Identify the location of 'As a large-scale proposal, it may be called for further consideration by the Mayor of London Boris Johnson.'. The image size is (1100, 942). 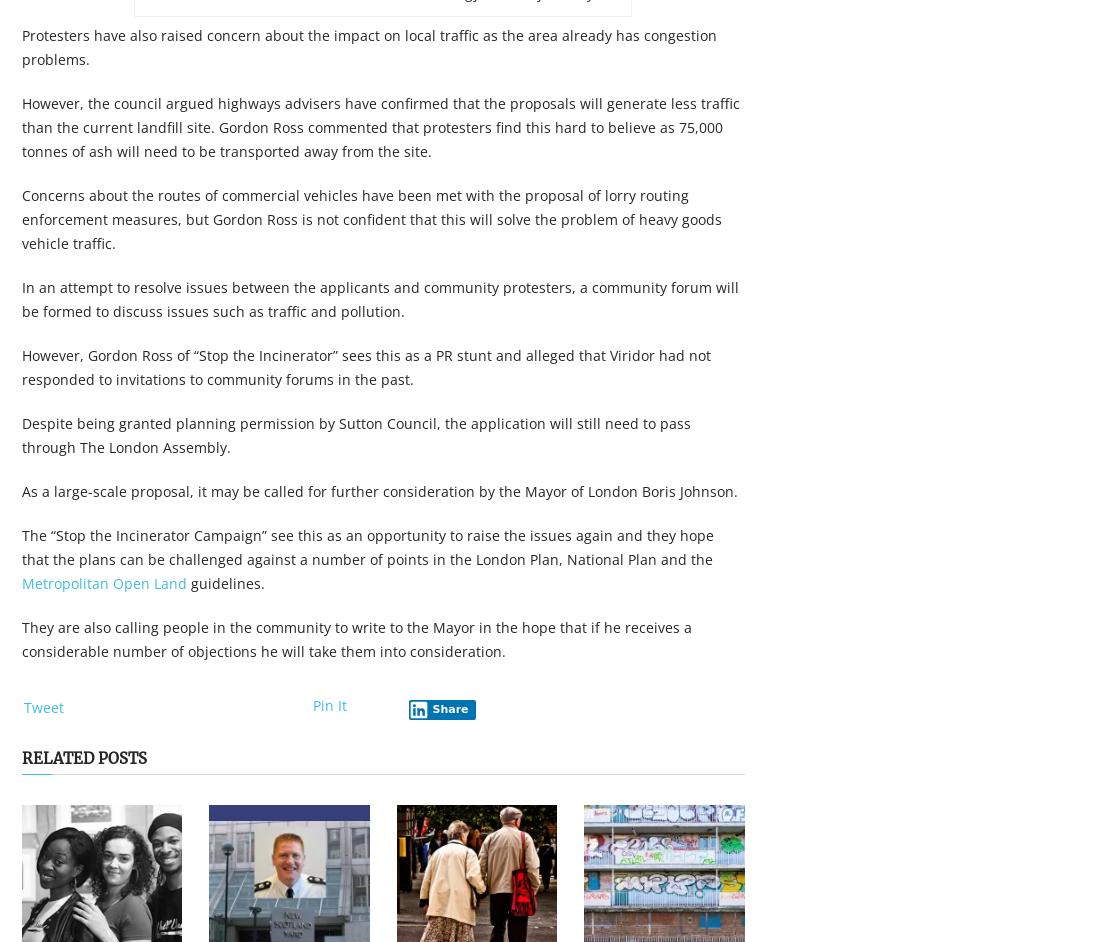
(21, 491).